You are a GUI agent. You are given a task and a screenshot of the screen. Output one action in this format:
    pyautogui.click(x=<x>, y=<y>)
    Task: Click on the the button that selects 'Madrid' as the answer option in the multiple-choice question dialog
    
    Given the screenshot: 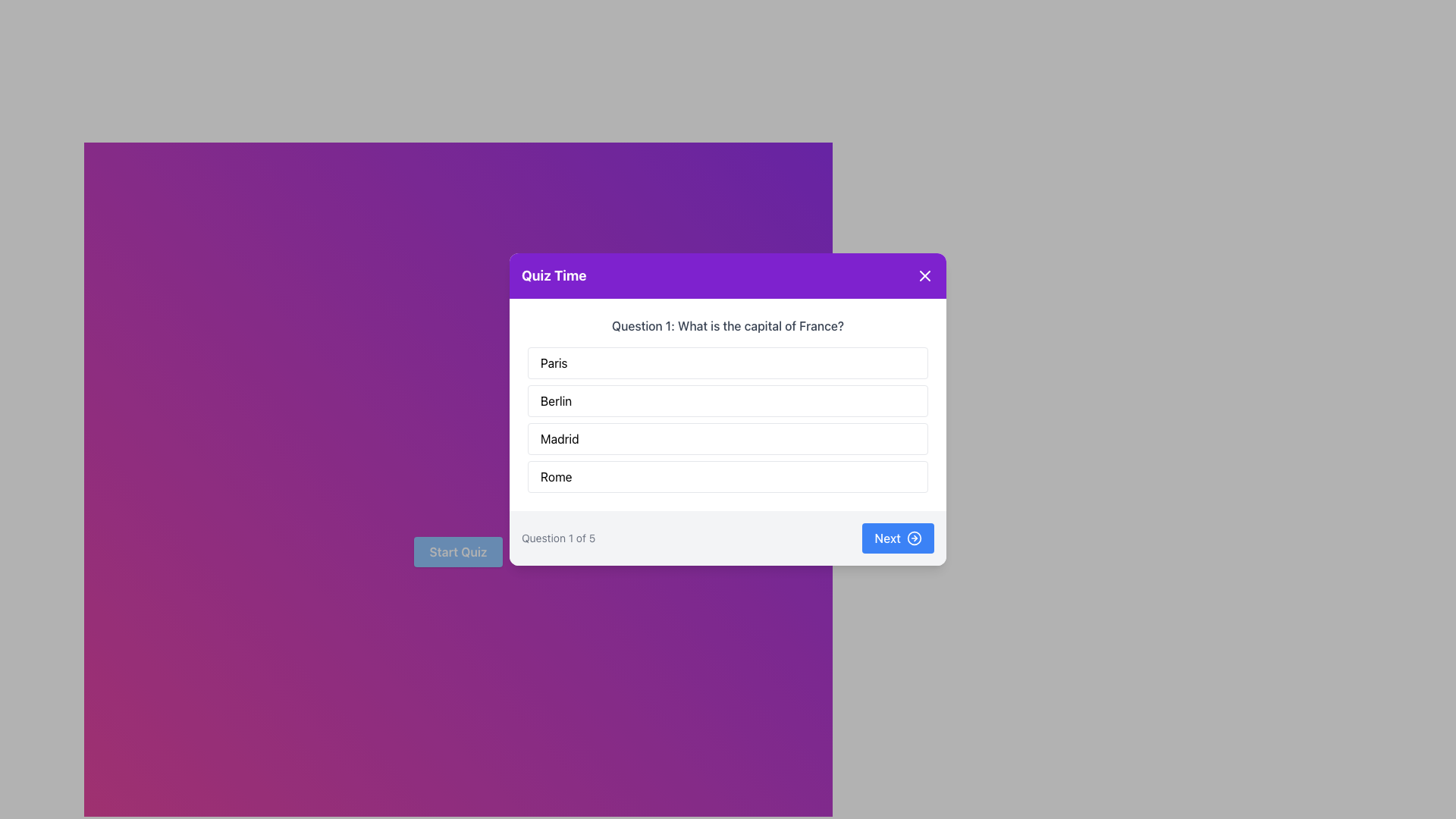 What is the action you would take?
    pyautogui.click(x=728, y=438)
    